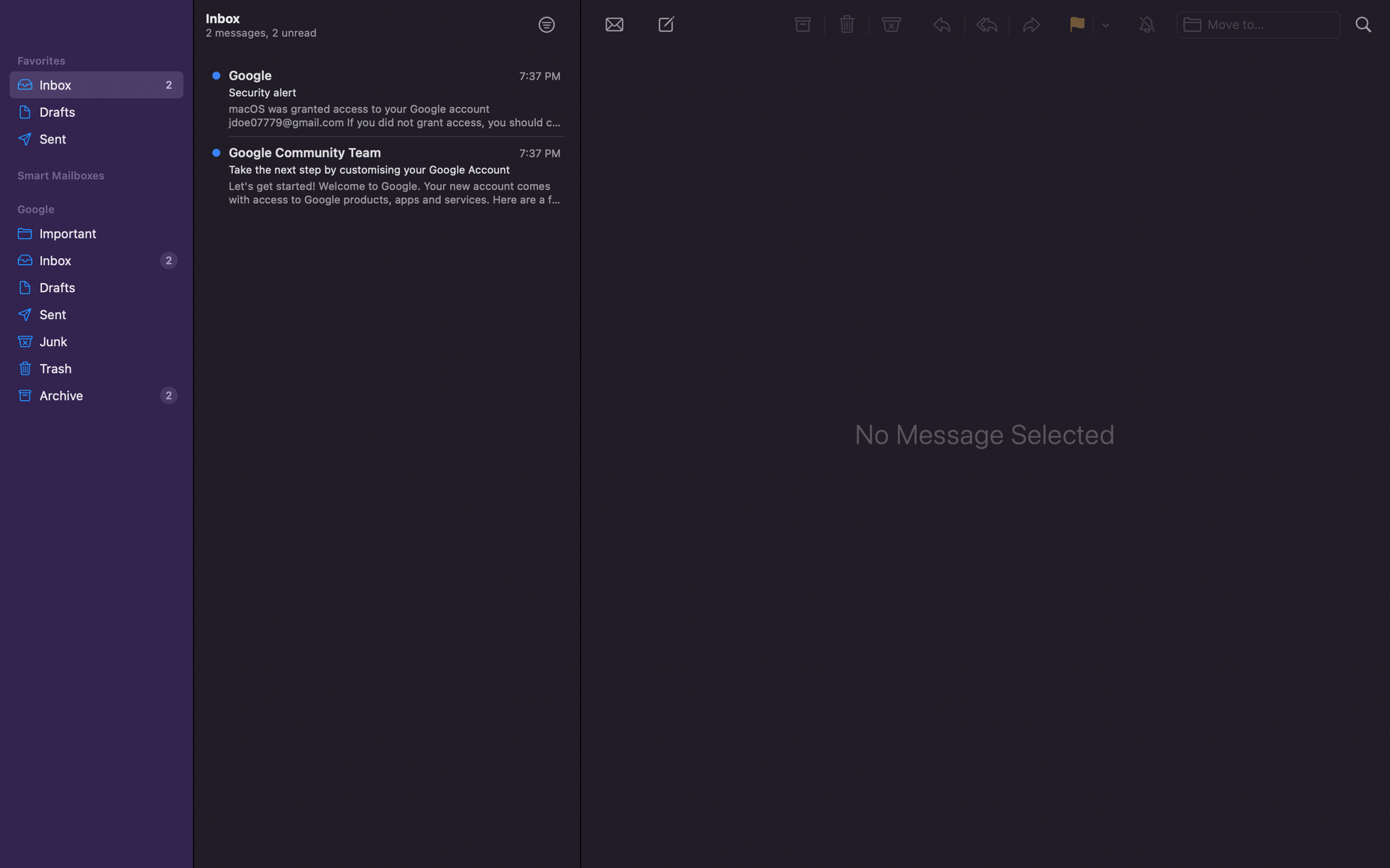 The image size is (1390, 868). I want to click on Click the option to forward the selected message, so click(1032, 26).